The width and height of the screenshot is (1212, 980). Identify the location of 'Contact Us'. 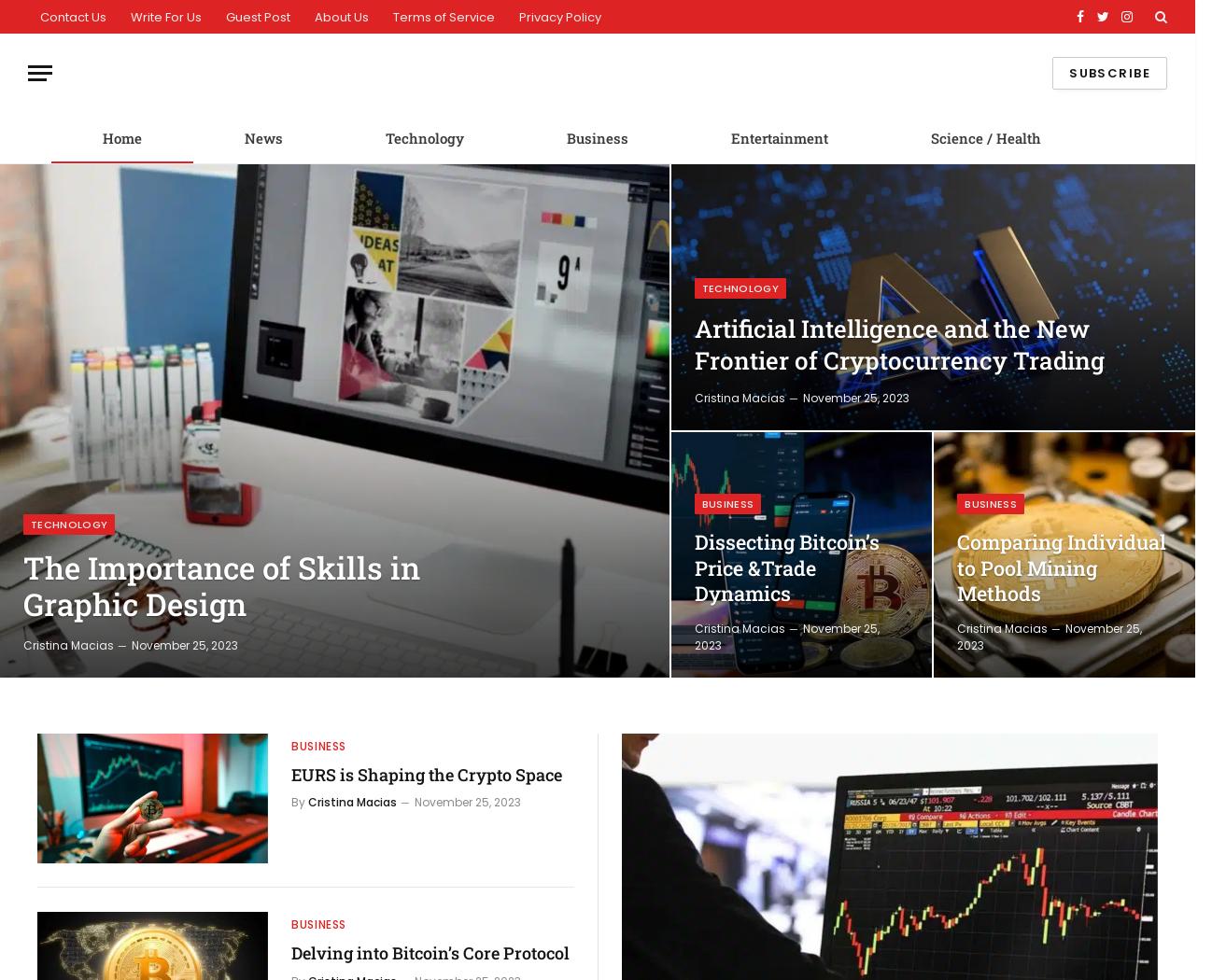
(73, 16).